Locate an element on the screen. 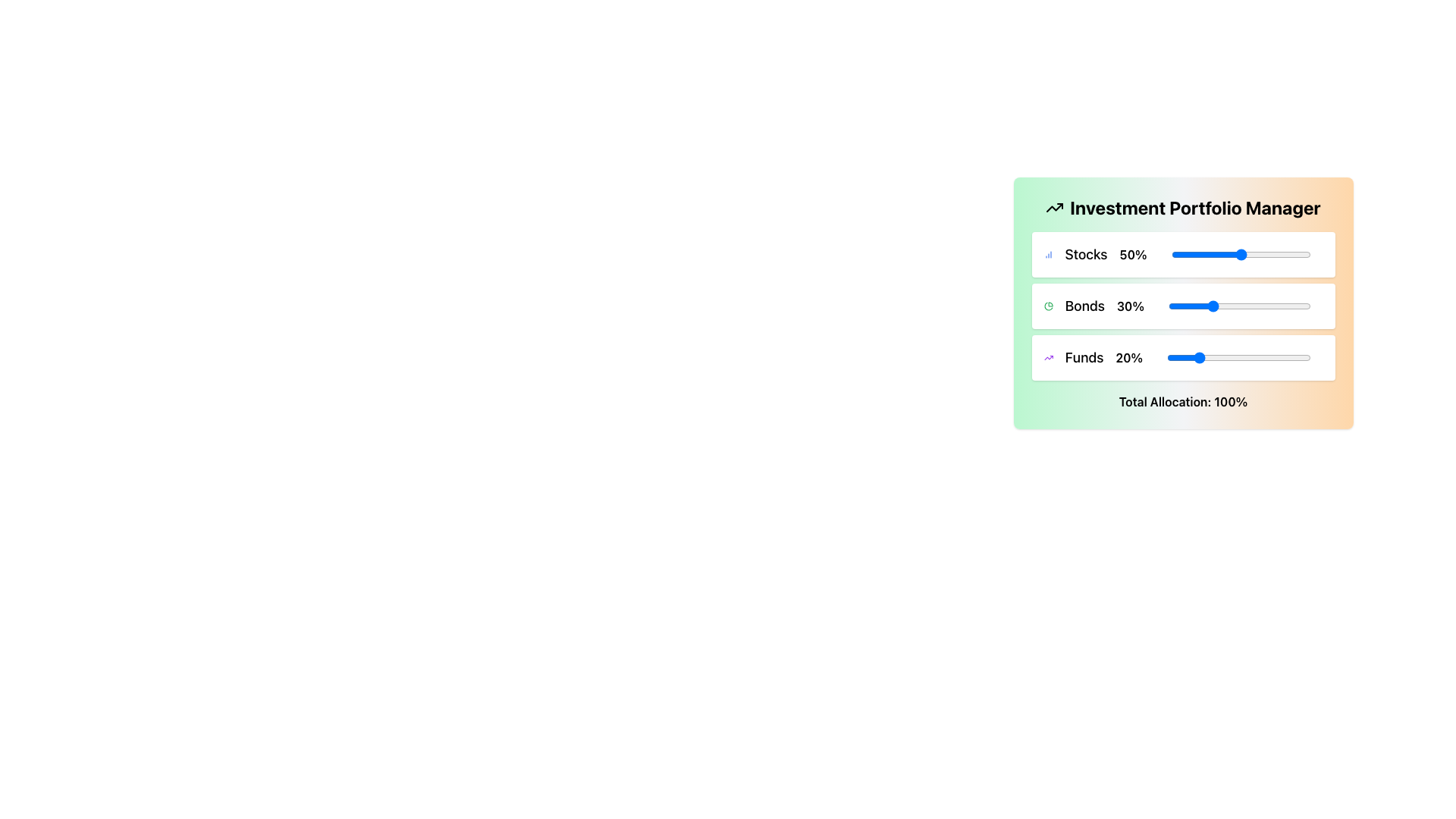 The image size is (1456, 819). the track of the slider labeled 'Stocks 50%' to jump to a value in the investment portfolio interface is located at coordinates (1182, 253).